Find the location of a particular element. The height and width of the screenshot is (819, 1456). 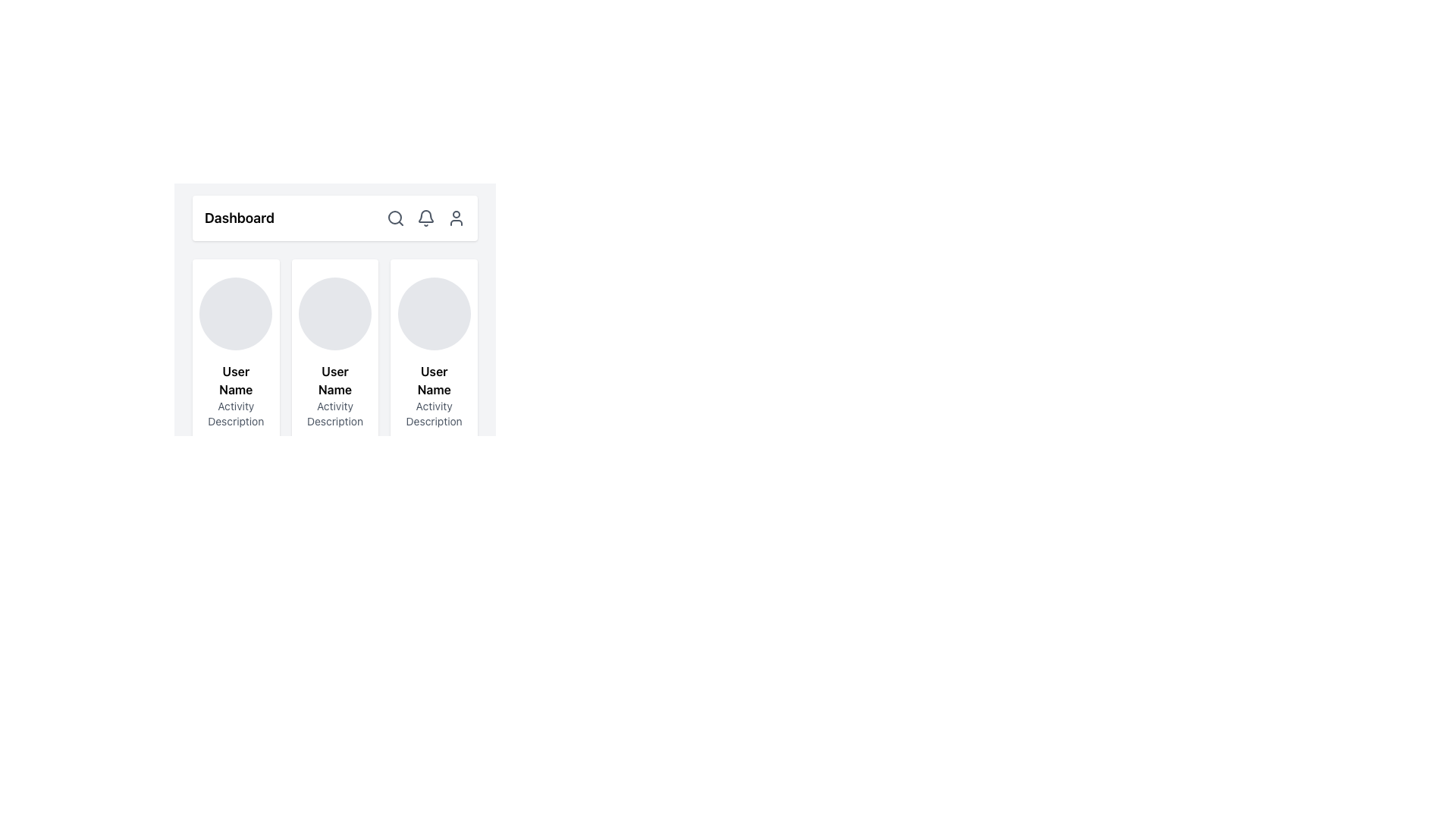

the Notification Bell icon located in the top-right section of the toolbar, positioned between the search and profile icons, to indicate notifications is located at coordinates (425, 218).